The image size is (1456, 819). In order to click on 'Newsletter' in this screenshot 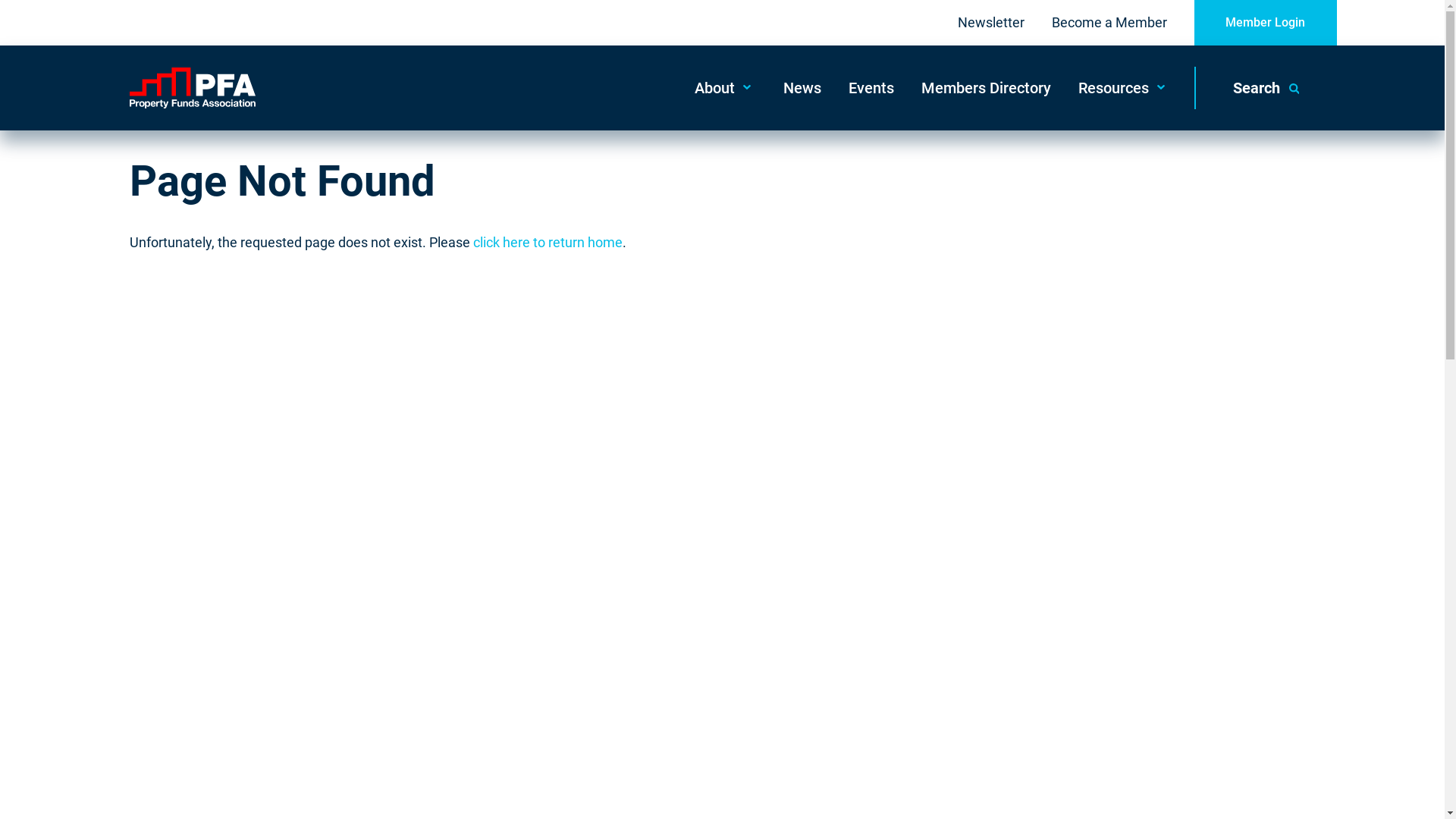, I will do `click(956, 23)`.